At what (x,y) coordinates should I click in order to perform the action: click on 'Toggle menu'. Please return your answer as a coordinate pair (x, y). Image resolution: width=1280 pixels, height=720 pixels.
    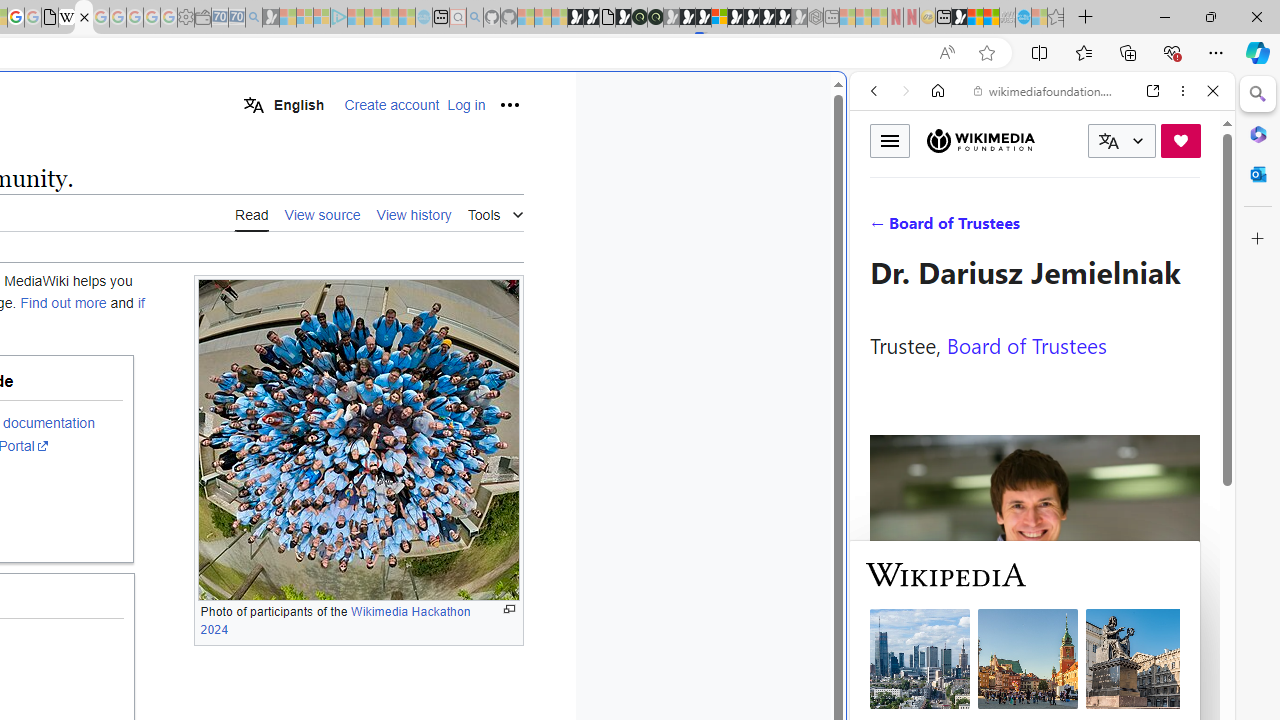
    Looking at the image, I should click on (889, 139).